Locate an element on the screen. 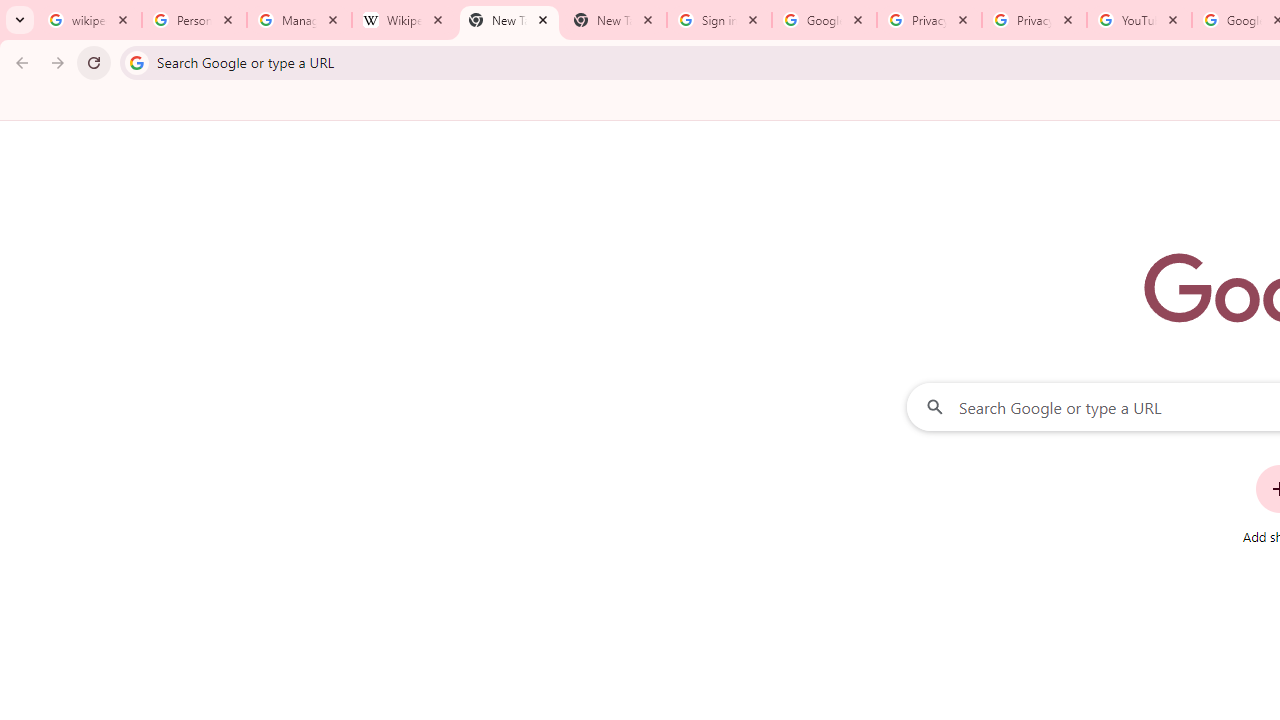  'Sign in - Google Accounts' is located at coordinates (719, 20).